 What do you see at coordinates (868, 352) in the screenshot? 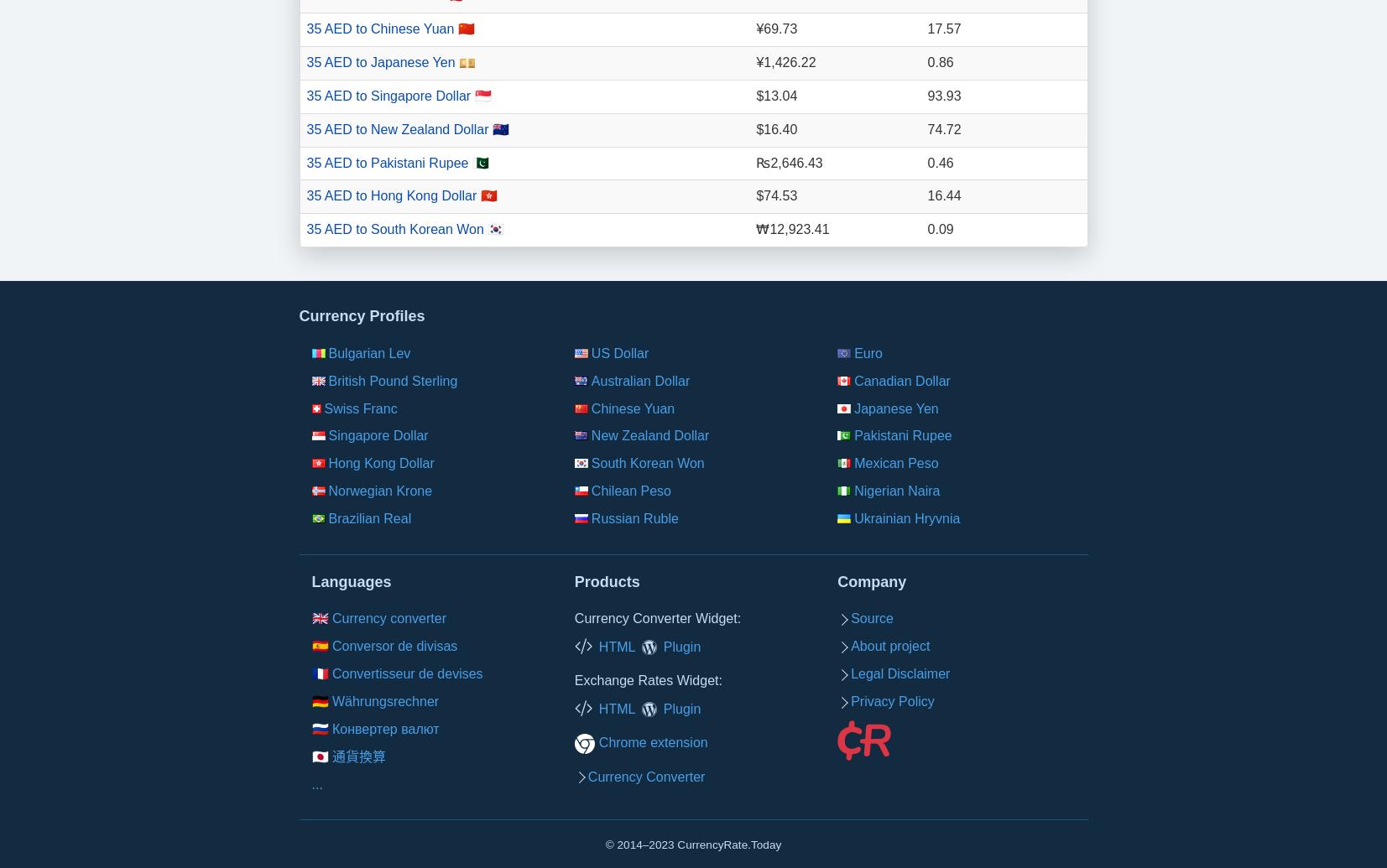
I see `'Euro'` at bounding box center [868, 352].